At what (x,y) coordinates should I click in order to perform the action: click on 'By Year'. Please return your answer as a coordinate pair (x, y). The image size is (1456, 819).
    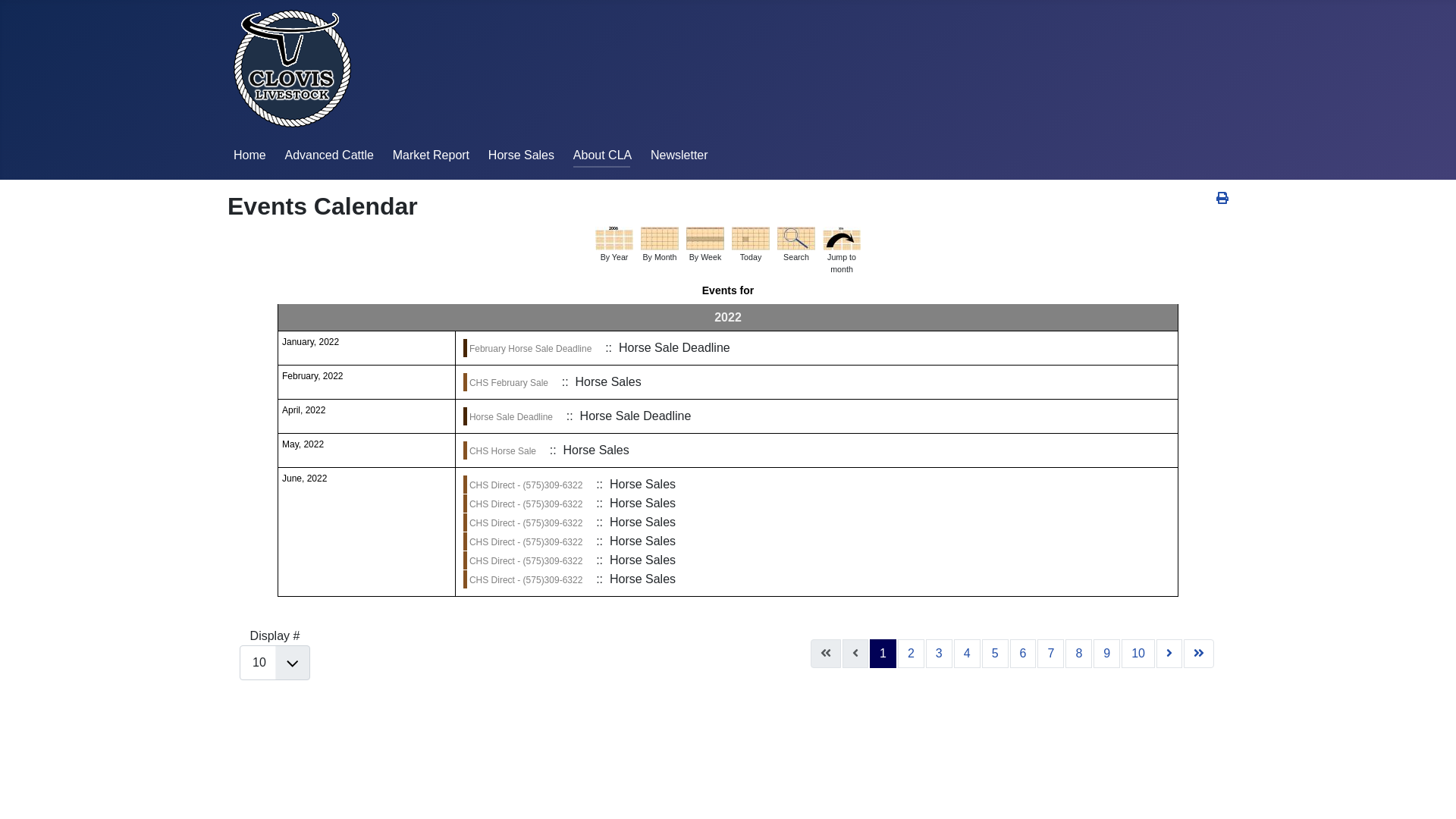
    Looking at the image, I should click on (614, 237).